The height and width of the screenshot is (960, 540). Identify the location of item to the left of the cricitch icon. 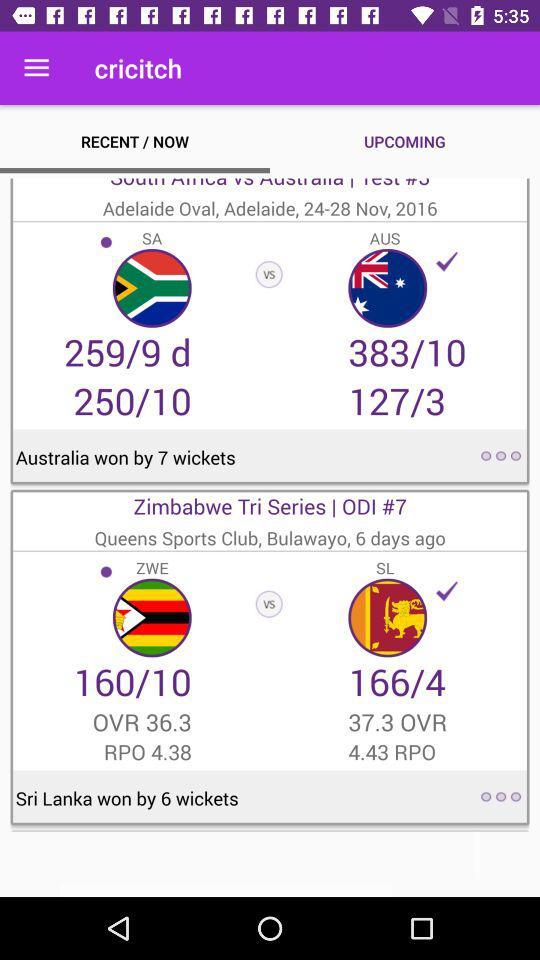
(36, 68).